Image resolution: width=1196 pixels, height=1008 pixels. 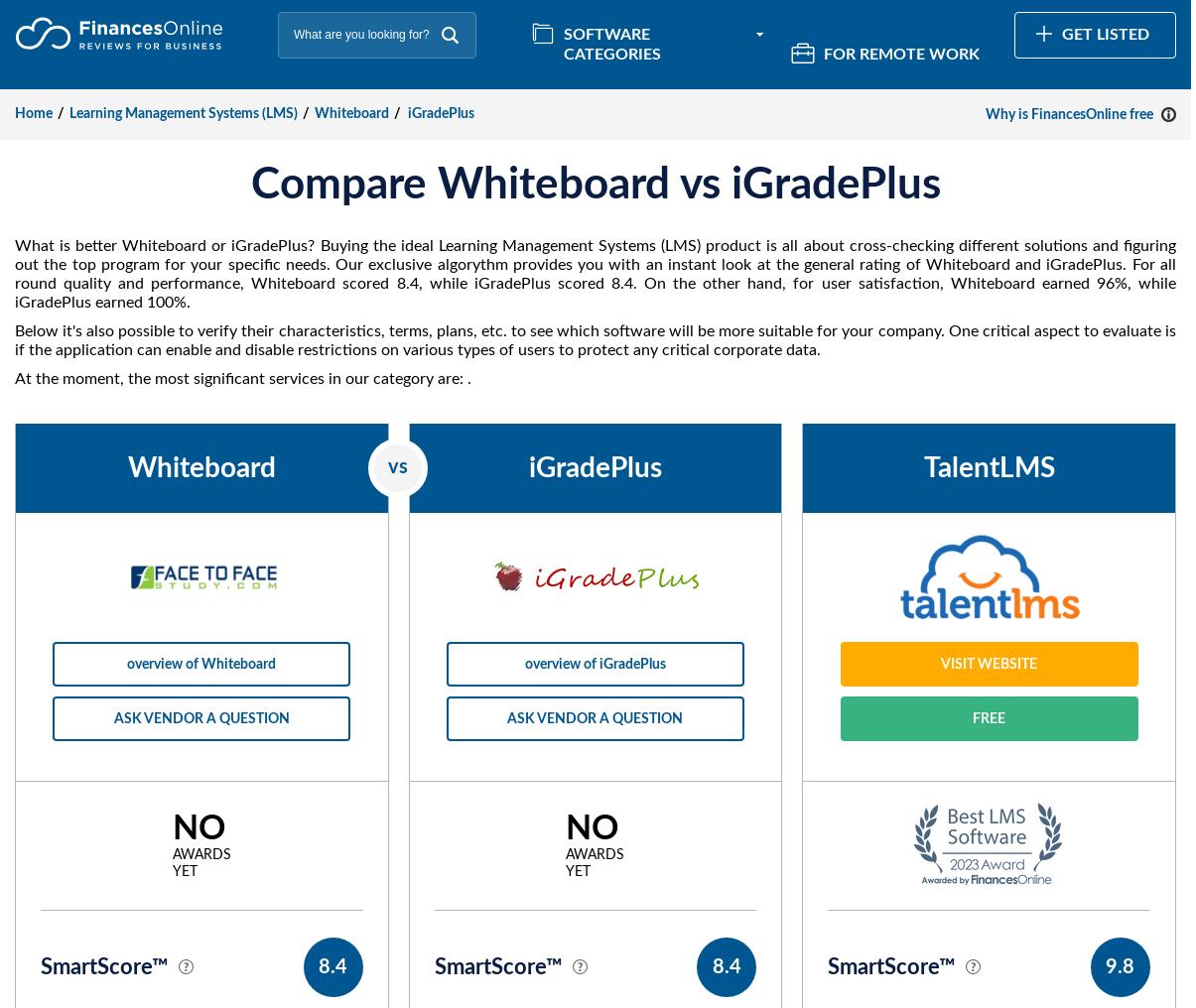 I want to click on 'overview of Whiteboard', so click(x=200, y=663).